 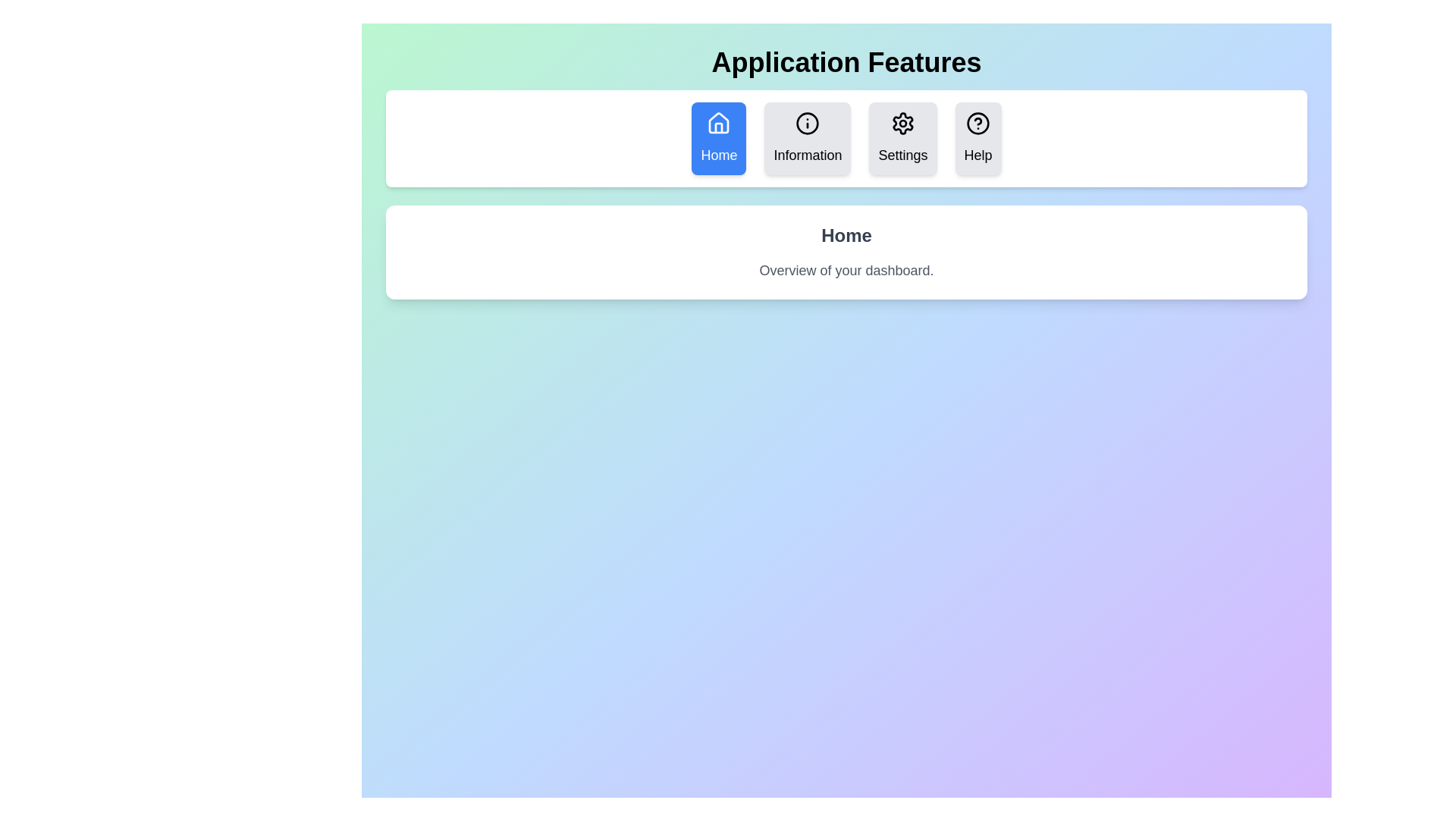 I want to click on the Settings tab button to switch to that tab, so click(x=902, y=138).